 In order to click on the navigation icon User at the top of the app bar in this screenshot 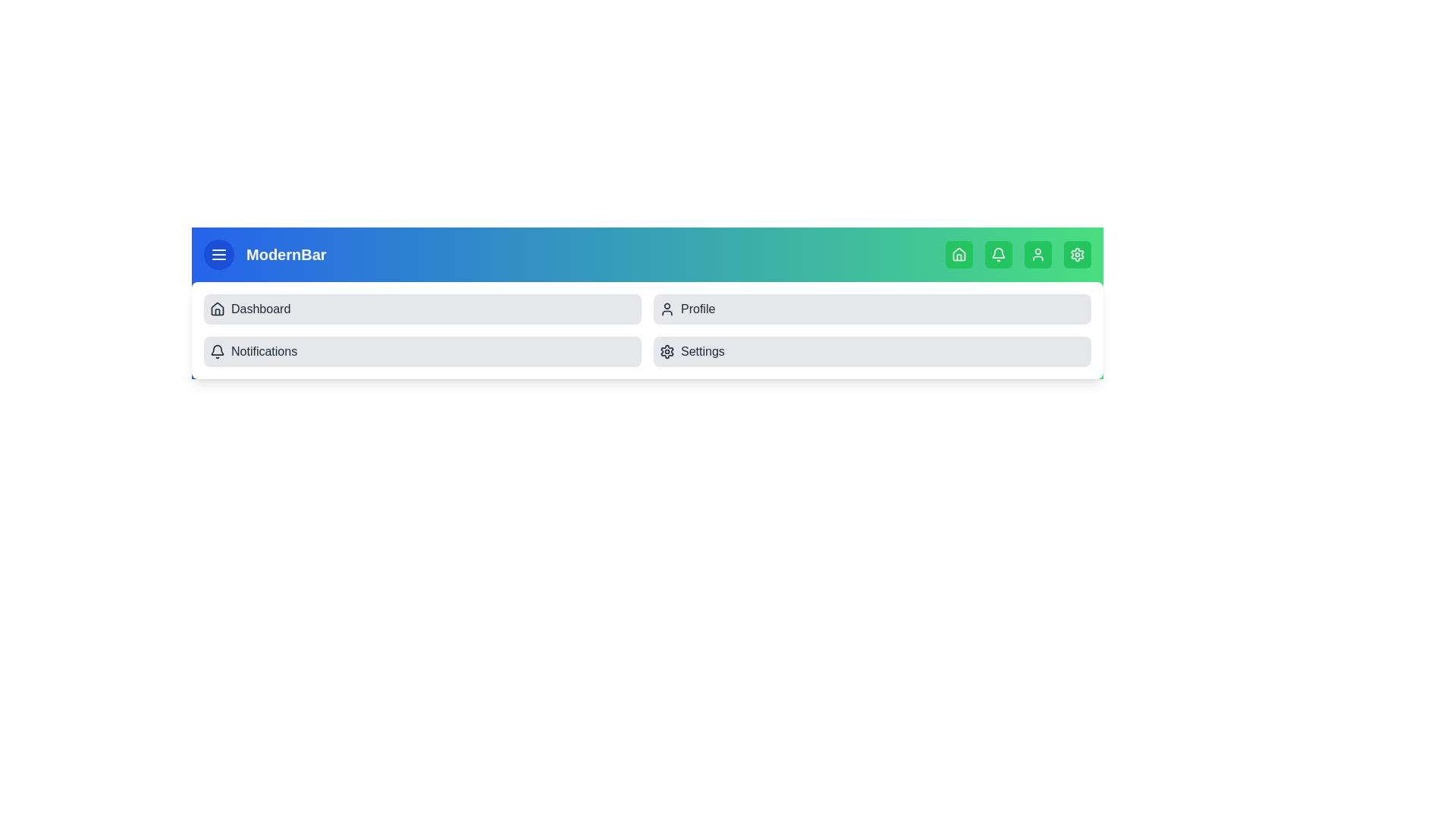, I will do `click(1037, 253)`.